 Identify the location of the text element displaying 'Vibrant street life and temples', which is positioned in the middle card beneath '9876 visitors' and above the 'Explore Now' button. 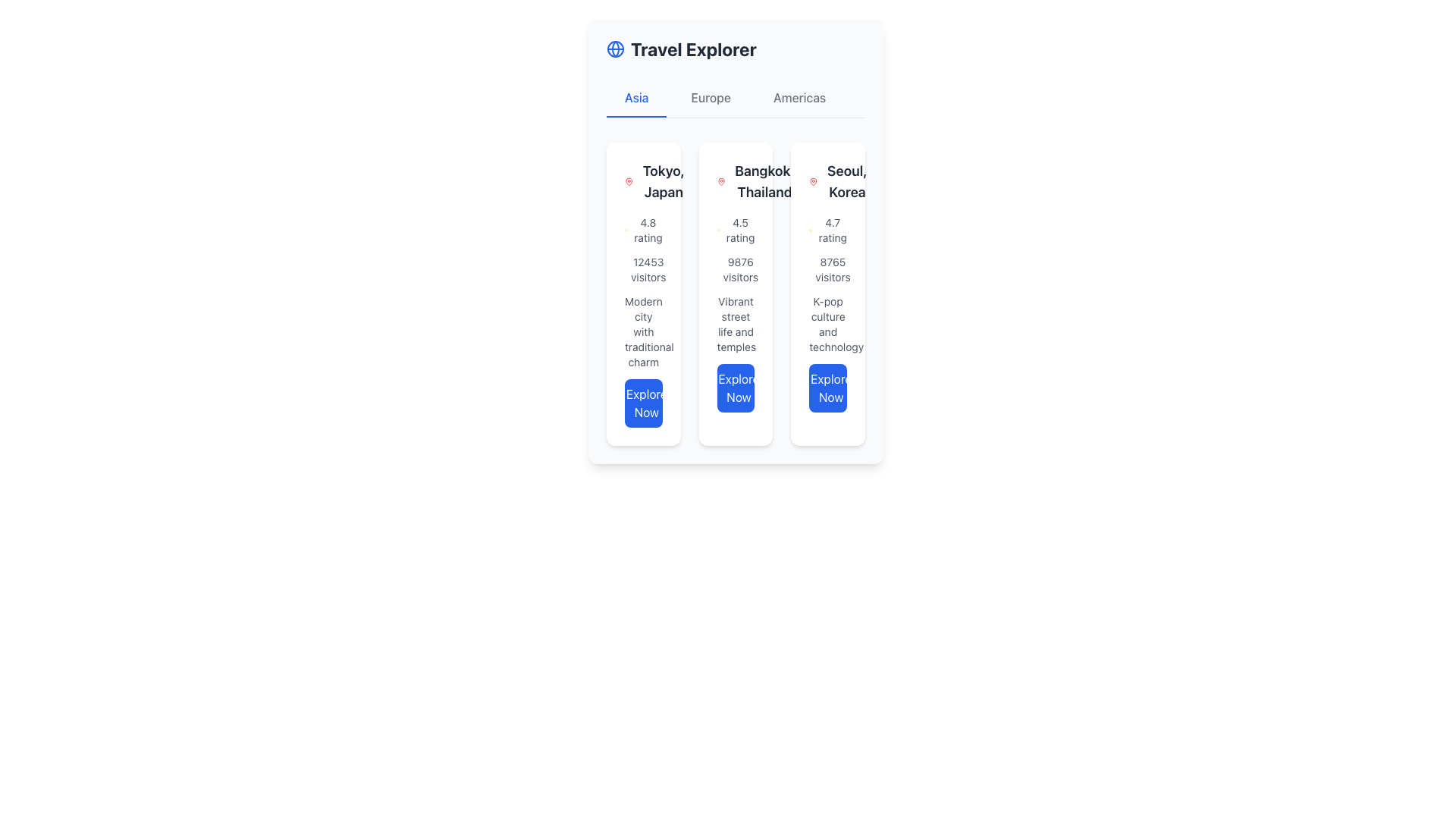
(736, 324).